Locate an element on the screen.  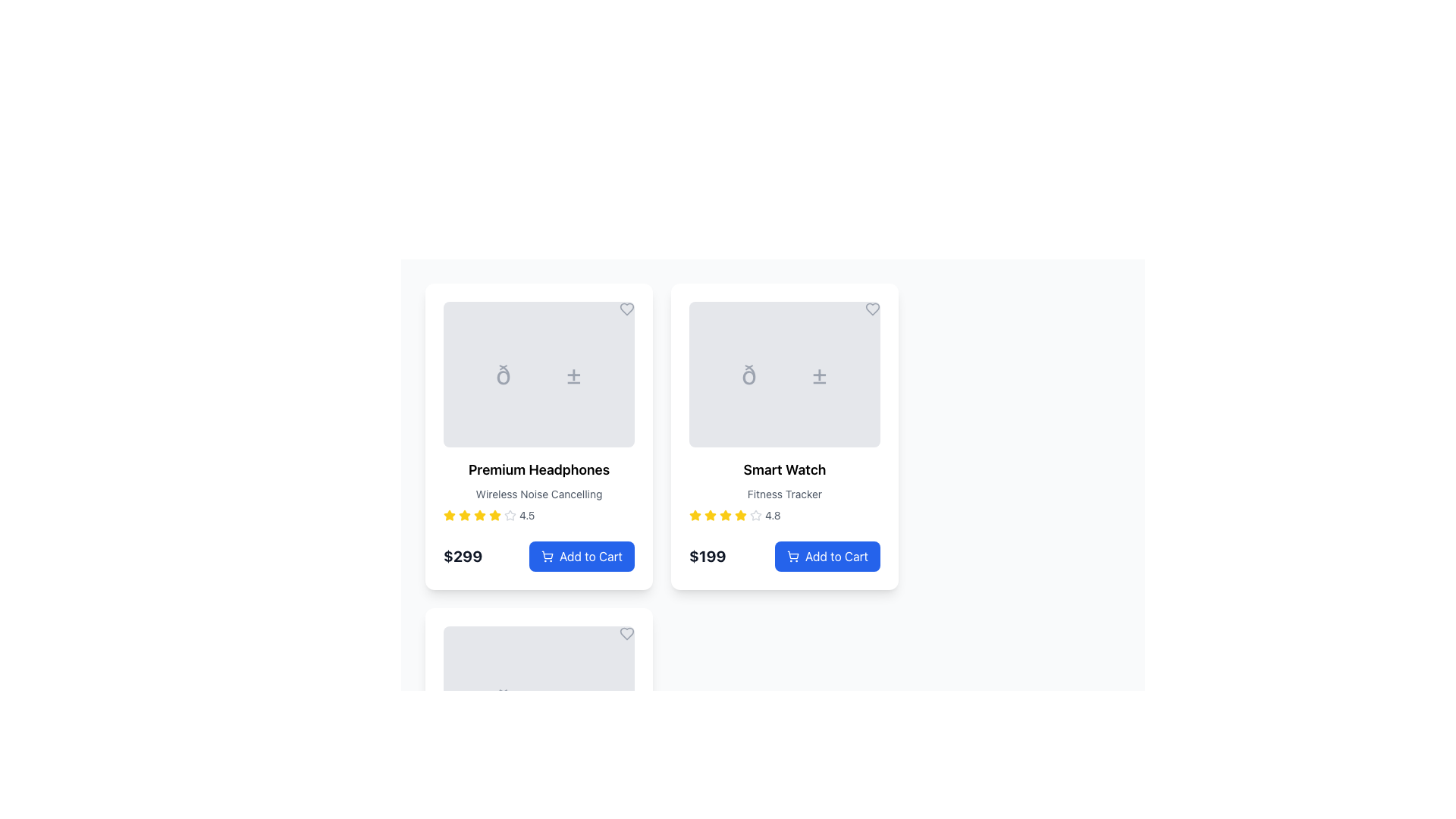
the rectangular image placeholder component with rounded corners and a '📱' emoji, located at the top-center of the 'Smart Watch' product card is located at coordinates (785, 374).